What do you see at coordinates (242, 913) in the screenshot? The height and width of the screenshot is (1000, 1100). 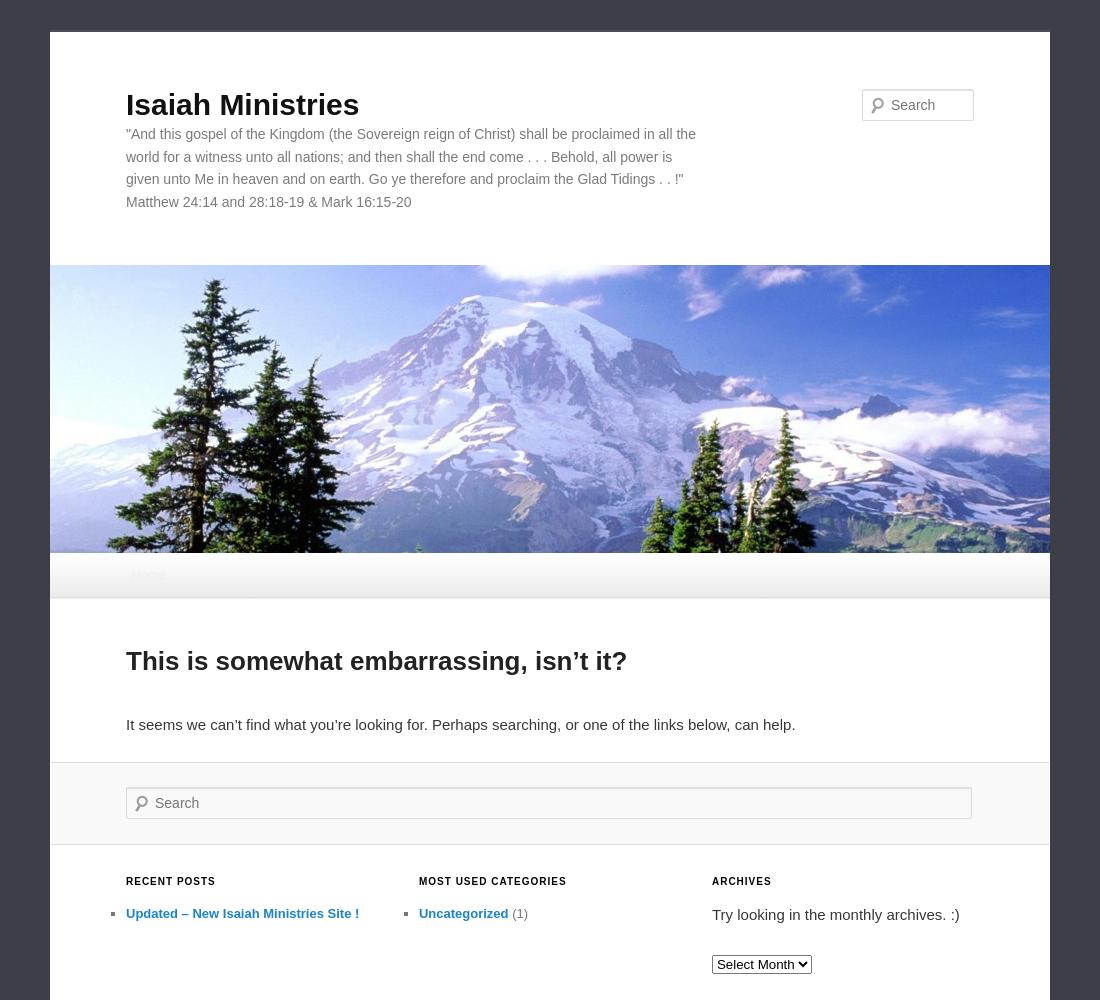 I see `'Updated –  New Isaiah Ministries Site !'` at bounding box center [242, 913].